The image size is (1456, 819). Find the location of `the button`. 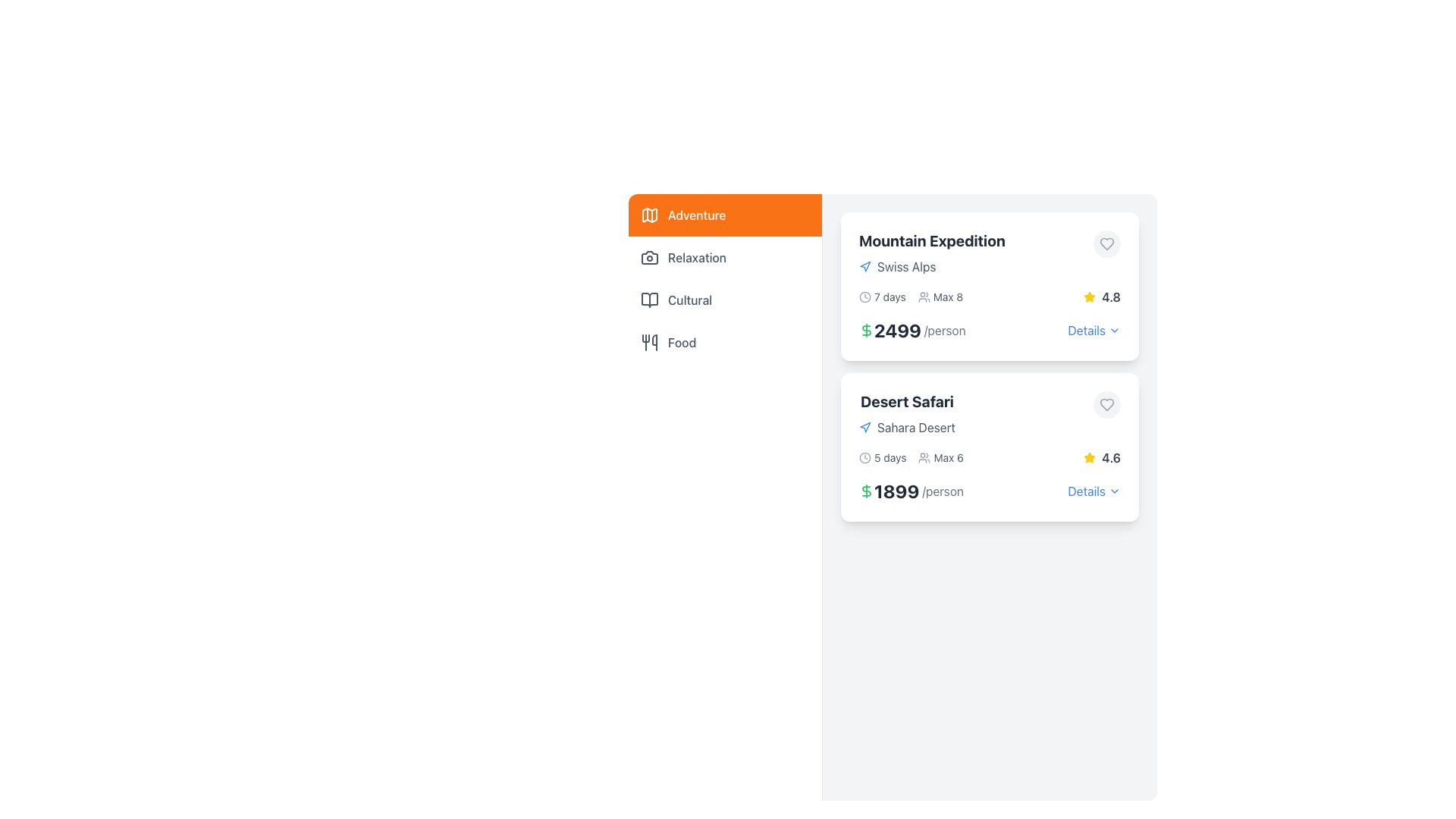

the button is located at coordinates (1106, 403).